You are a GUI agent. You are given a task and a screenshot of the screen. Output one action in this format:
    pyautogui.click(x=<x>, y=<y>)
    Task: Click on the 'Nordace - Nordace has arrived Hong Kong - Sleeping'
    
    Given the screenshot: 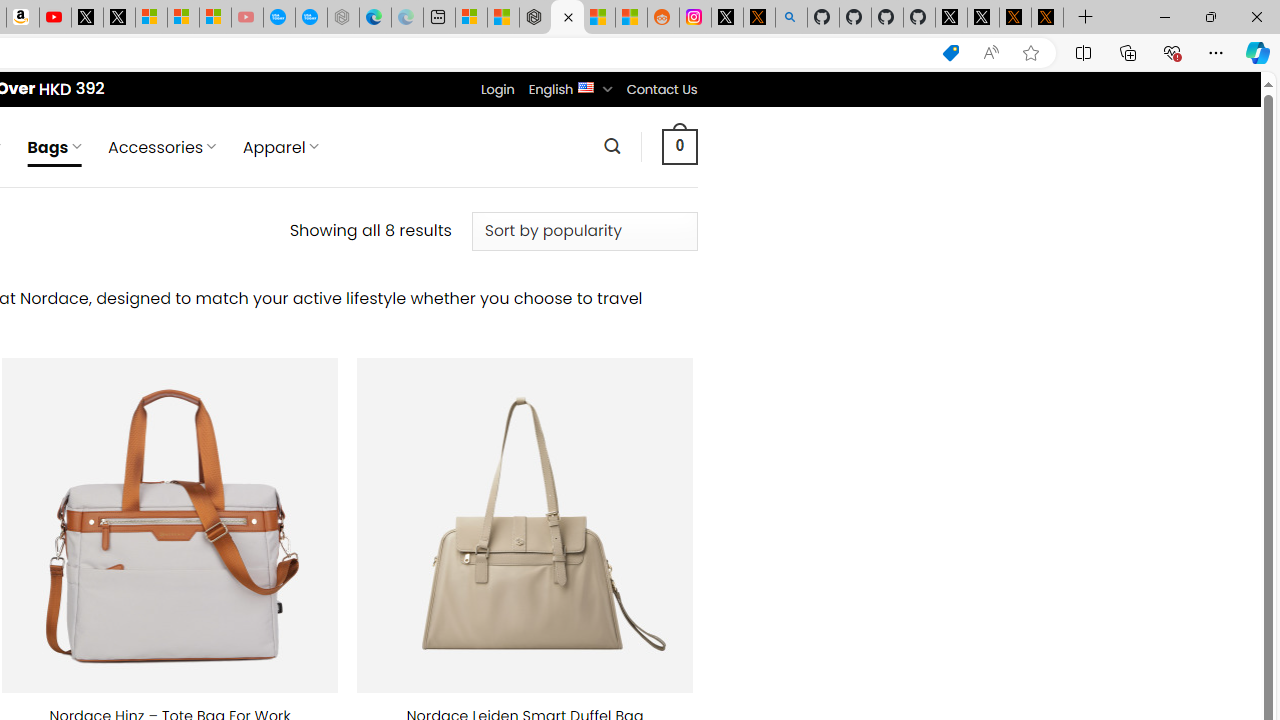 What is the action you would take?
    pyautogui.click(x=343, y=17)
    